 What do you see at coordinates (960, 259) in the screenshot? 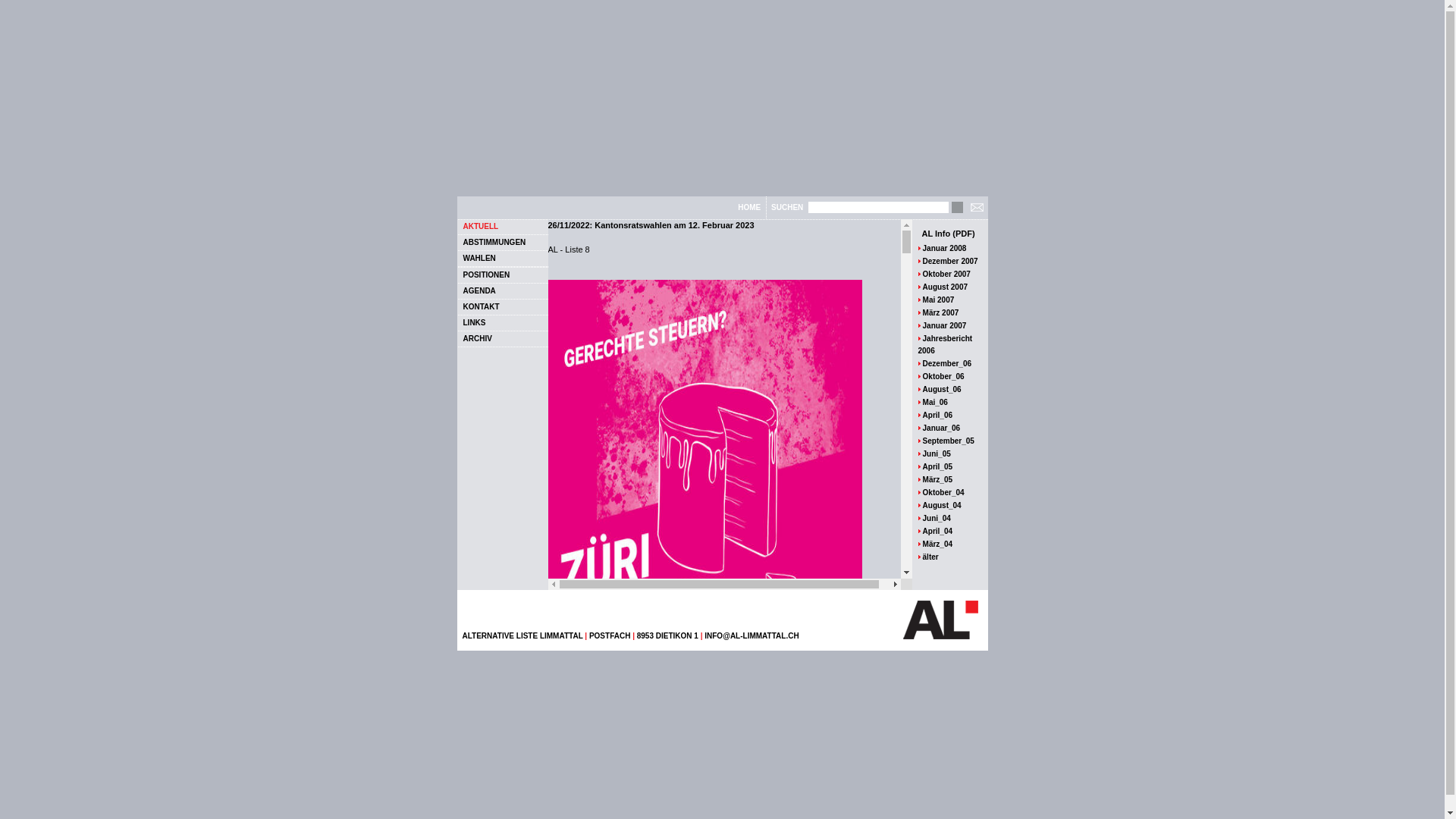
I see `'2007'` at bounding box center [960, 259].